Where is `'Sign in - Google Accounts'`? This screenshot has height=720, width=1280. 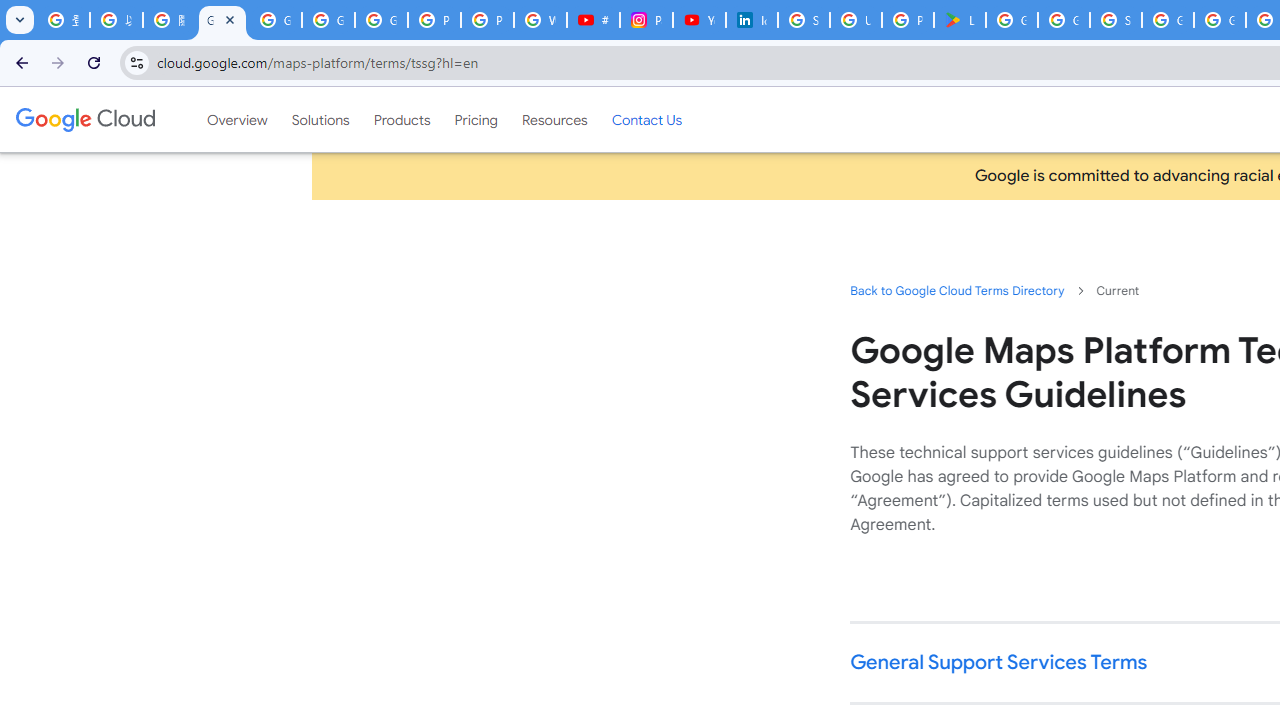
'Sign in - Google Accounts' is located at coordinates (1115, 20).